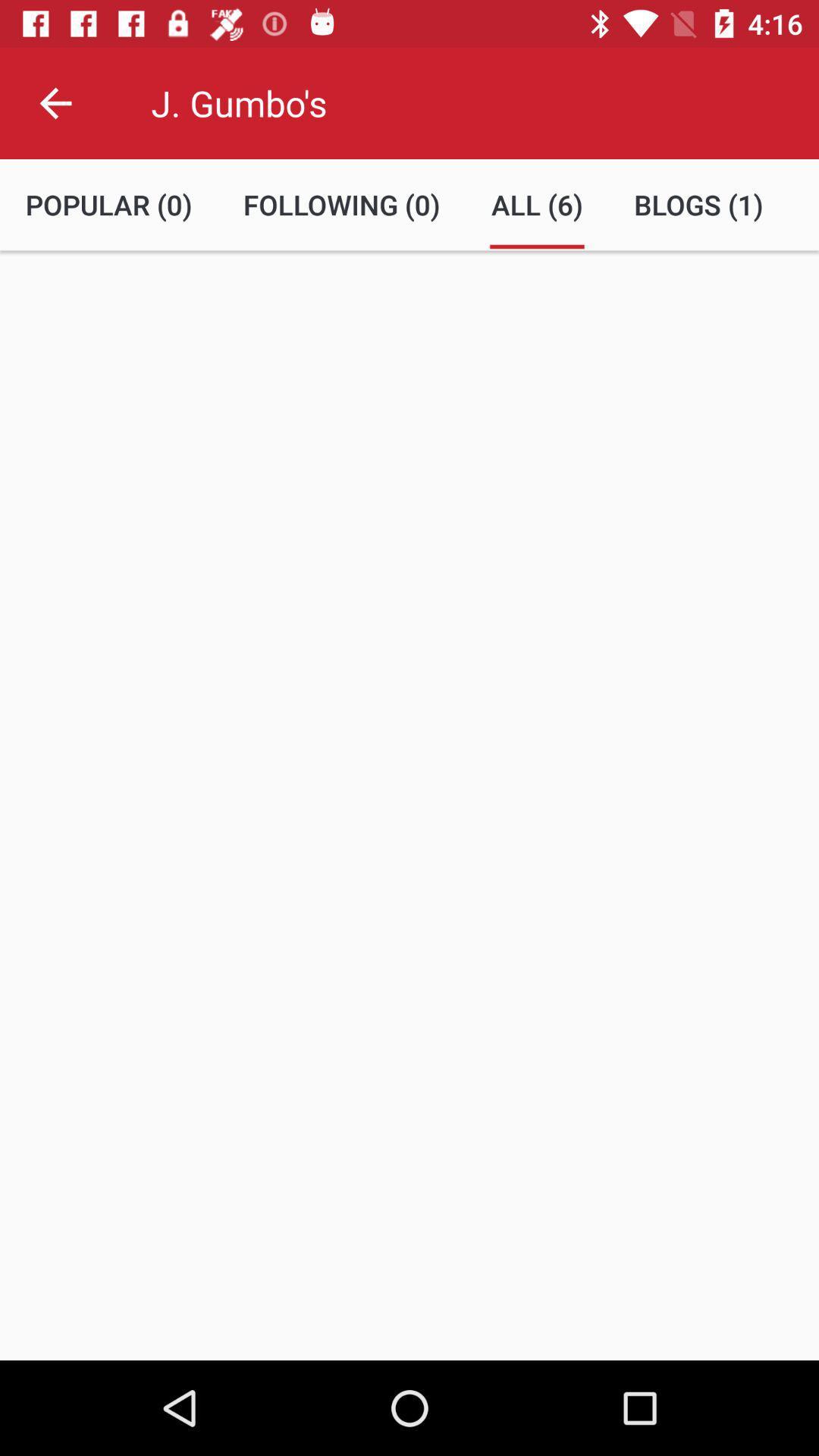  I want to click on the popular (0) item, so click(108, 204).